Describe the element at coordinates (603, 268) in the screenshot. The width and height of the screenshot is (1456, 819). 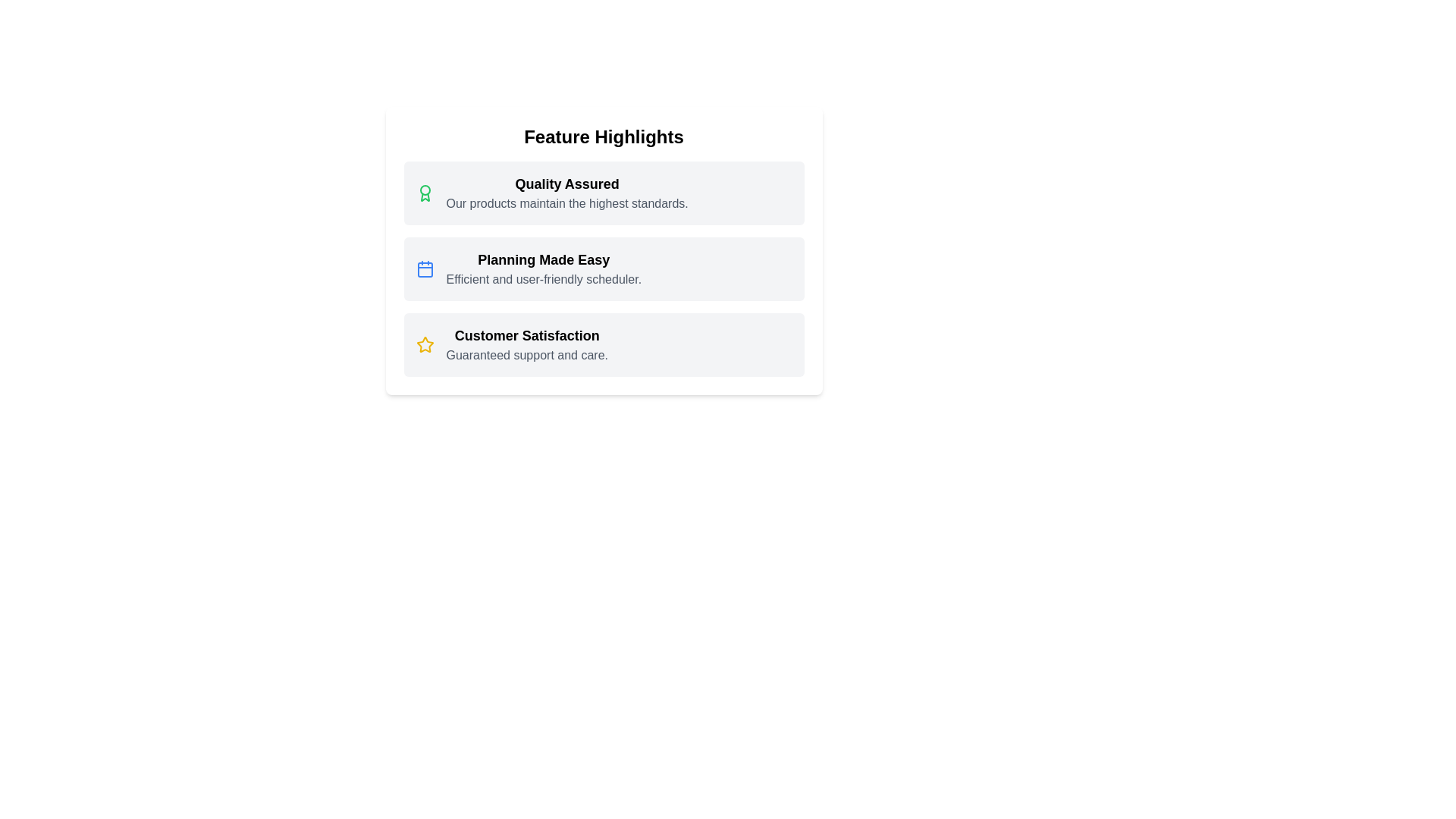
I see `the Informational Card that conveys information about the ease of planning facilitated by a scheduler, located between 'Quality Assured' and 'Customer Satisfaction' in the vertical list` at that location.